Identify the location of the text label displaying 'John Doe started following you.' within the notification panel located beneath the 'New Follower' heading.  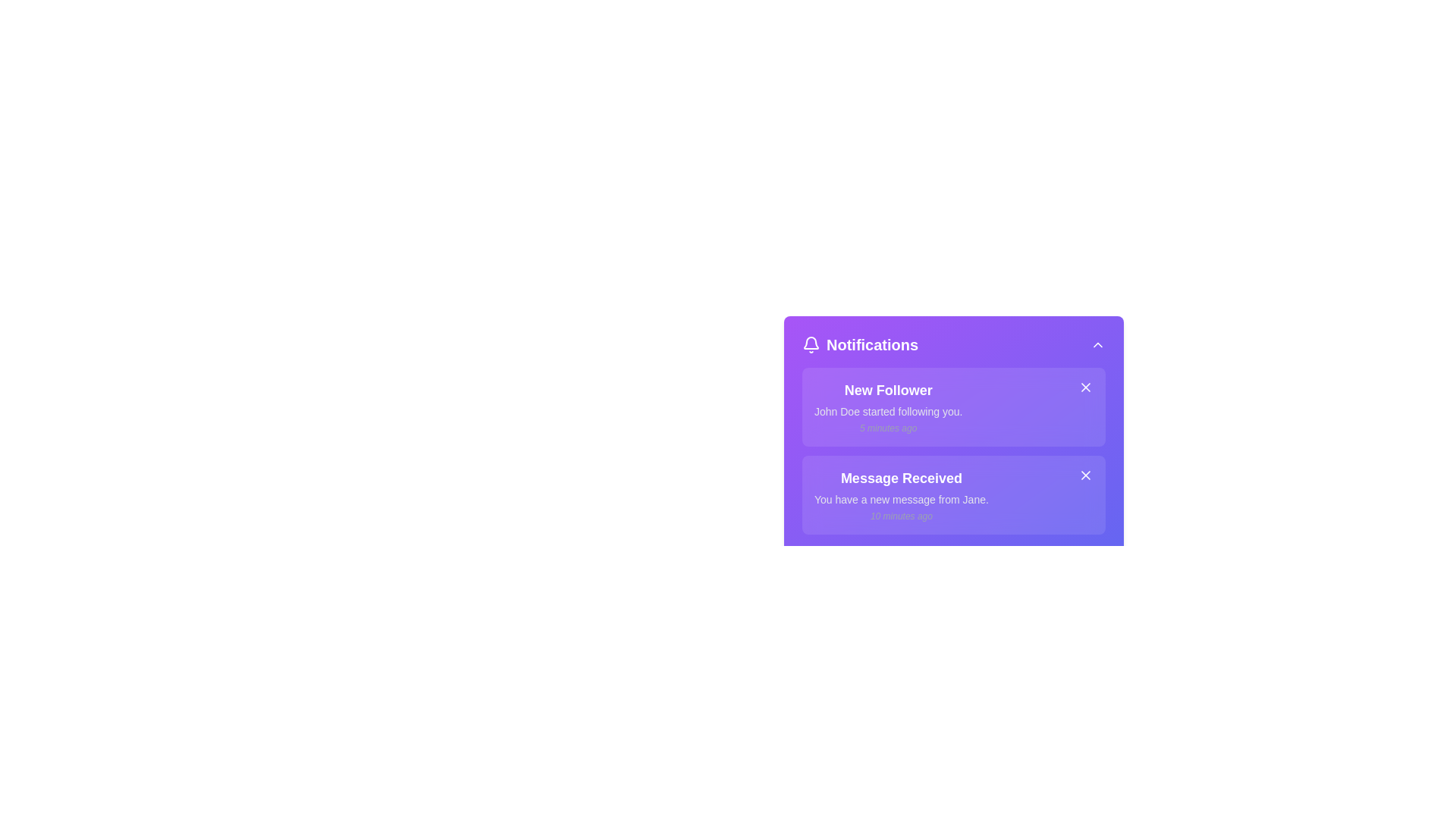
(888, 412).